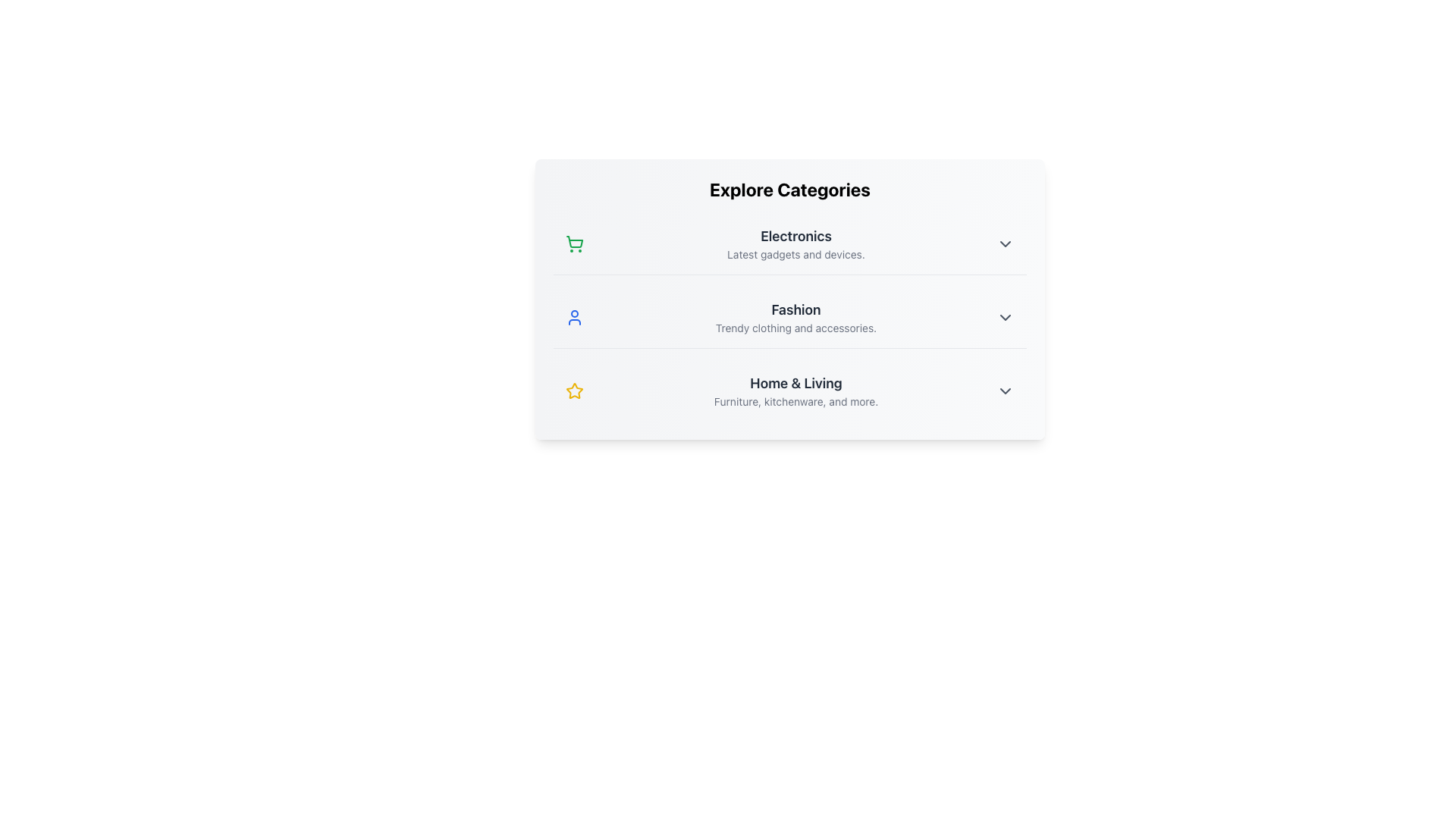 Image resolution: width=1456 pixels, height=819 pixels. Describe the element at coordinates (574, 317) in the screenshot. I see `the blue user icon outlined in style, located to the left of the 'Fashion' text in the second row of the 'Explore Categories' card` at that location.